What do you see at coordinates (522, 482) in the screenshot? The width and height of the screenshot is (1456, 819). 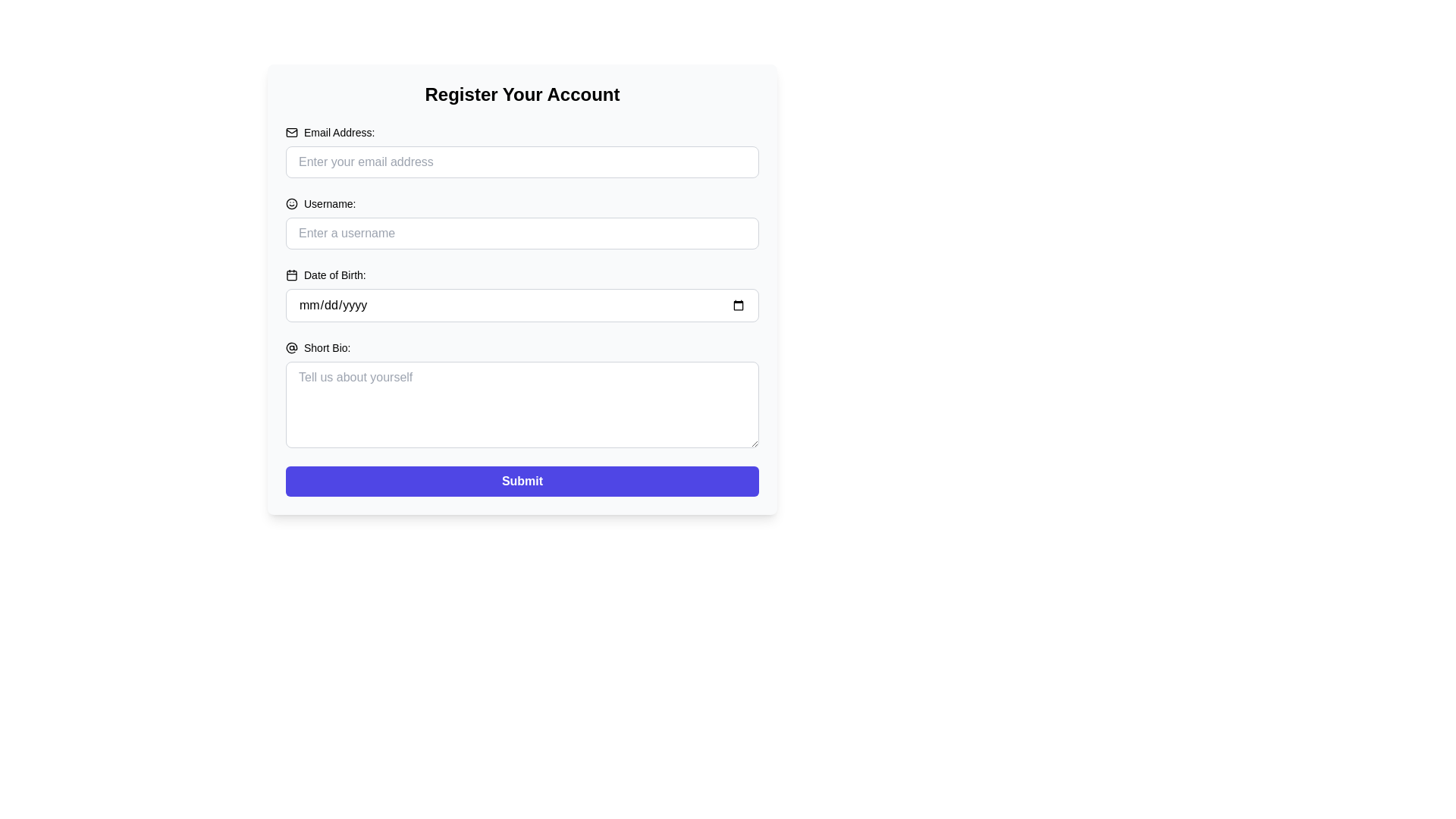 I see `the 'Submit' button, which is a rectangular button with white text on a purple background located at the bottom of the form` at bounding box center [522, 482].